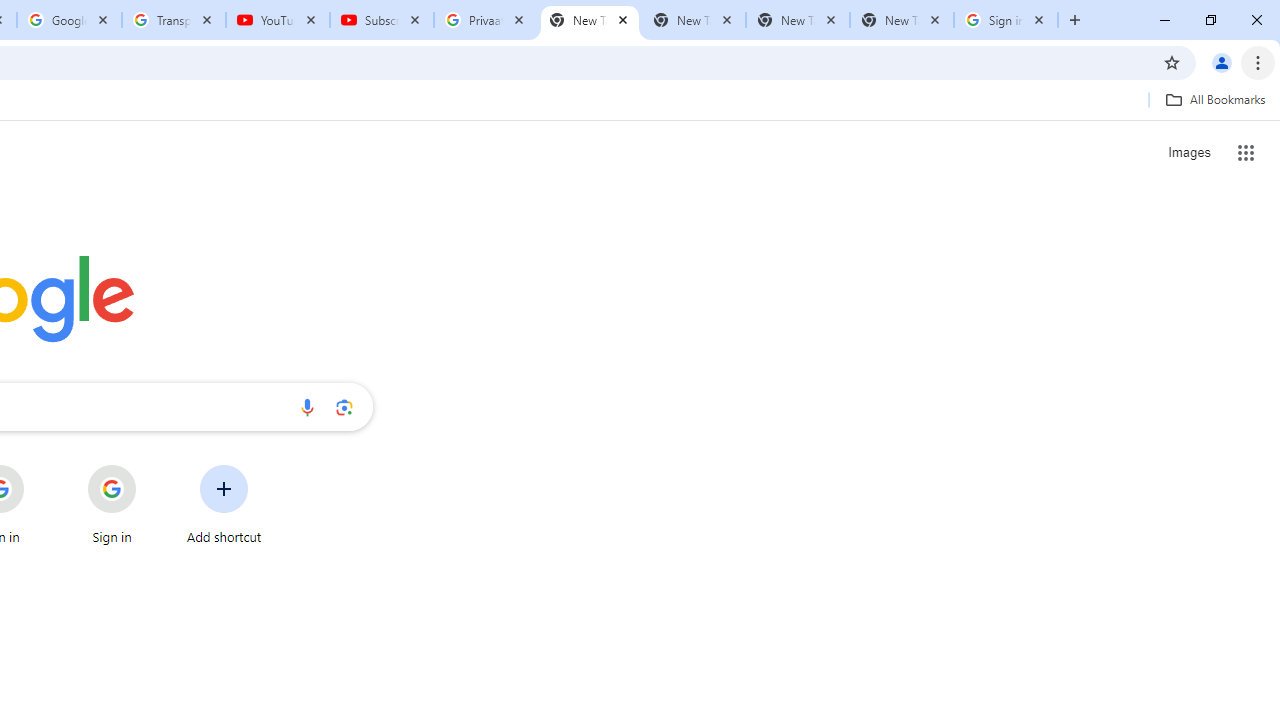  What do you see at coordinates (151, 466) in the screenshot?
I see `'More actions for Sign in shortcut'` at bounding box center [151, 466].